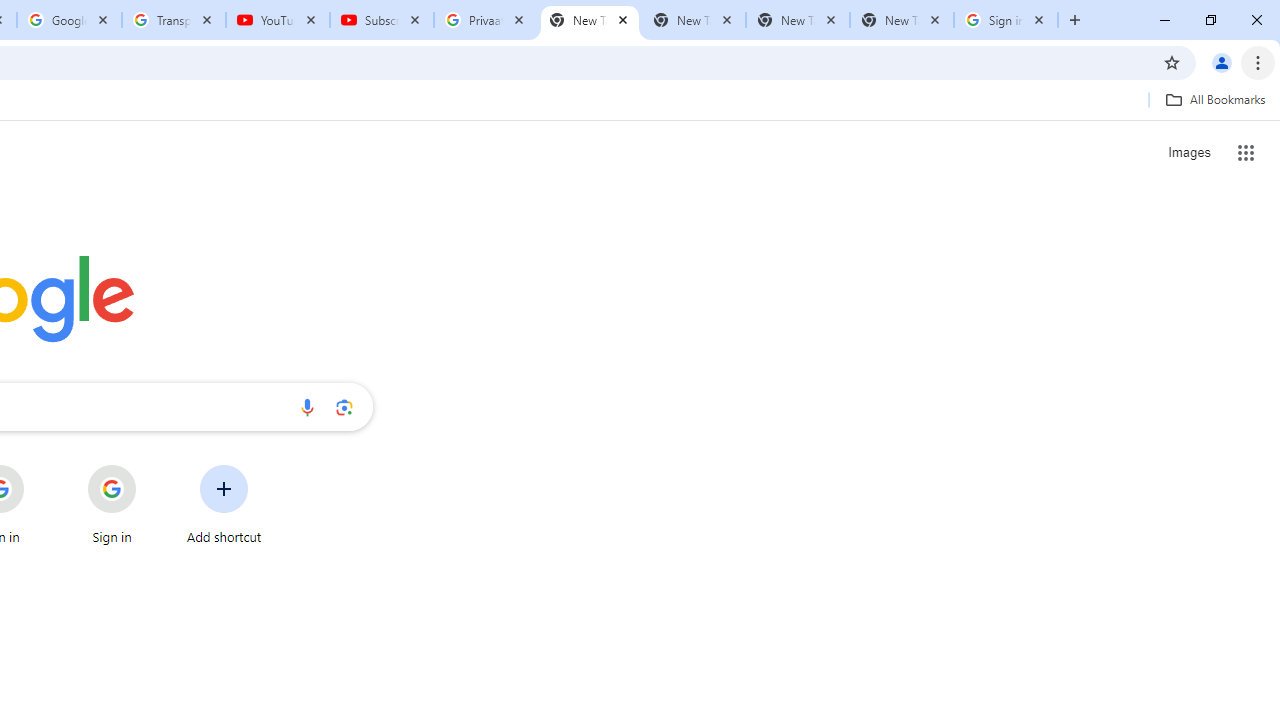  What do you see at coordinates (151, 466) in the screenshot?
I see `'More actions for Sign in shortcut'` at bounding box center [151, 466].